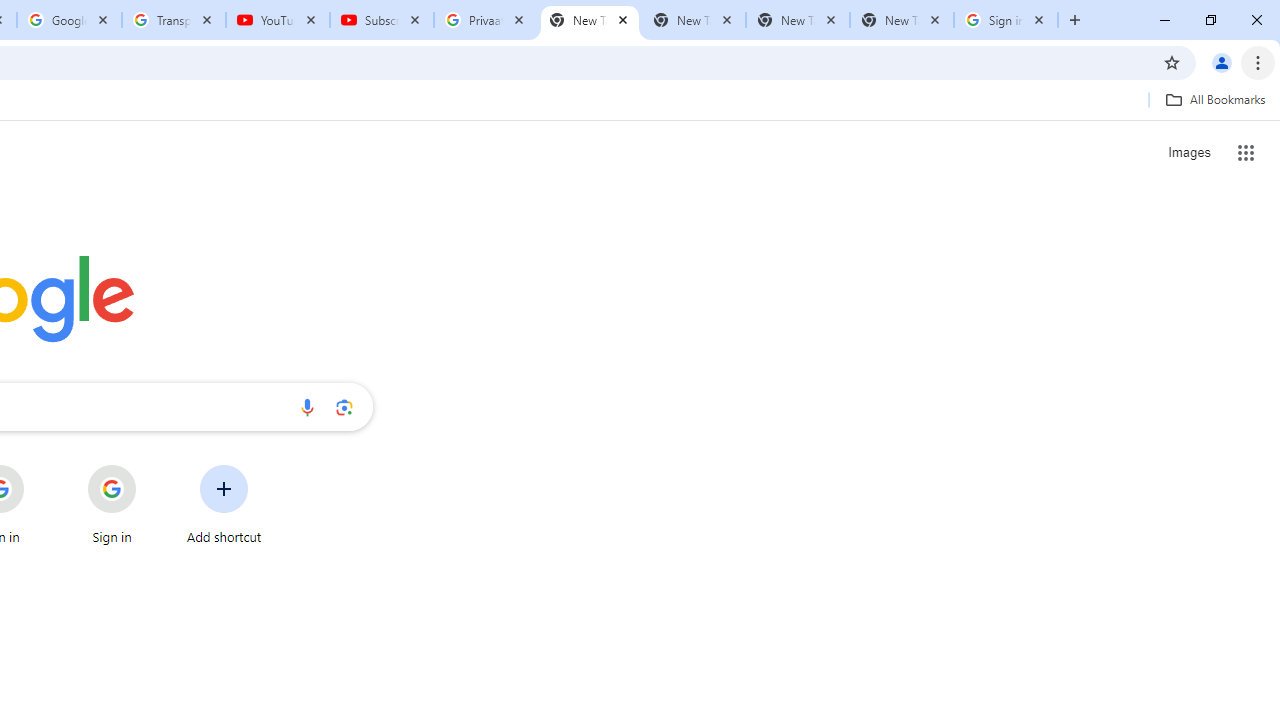  What do you see at coordinates (151, 466) in the screenshot?
I see `'More actions for Sign in shortcut'` at bounding box center [151, 466].